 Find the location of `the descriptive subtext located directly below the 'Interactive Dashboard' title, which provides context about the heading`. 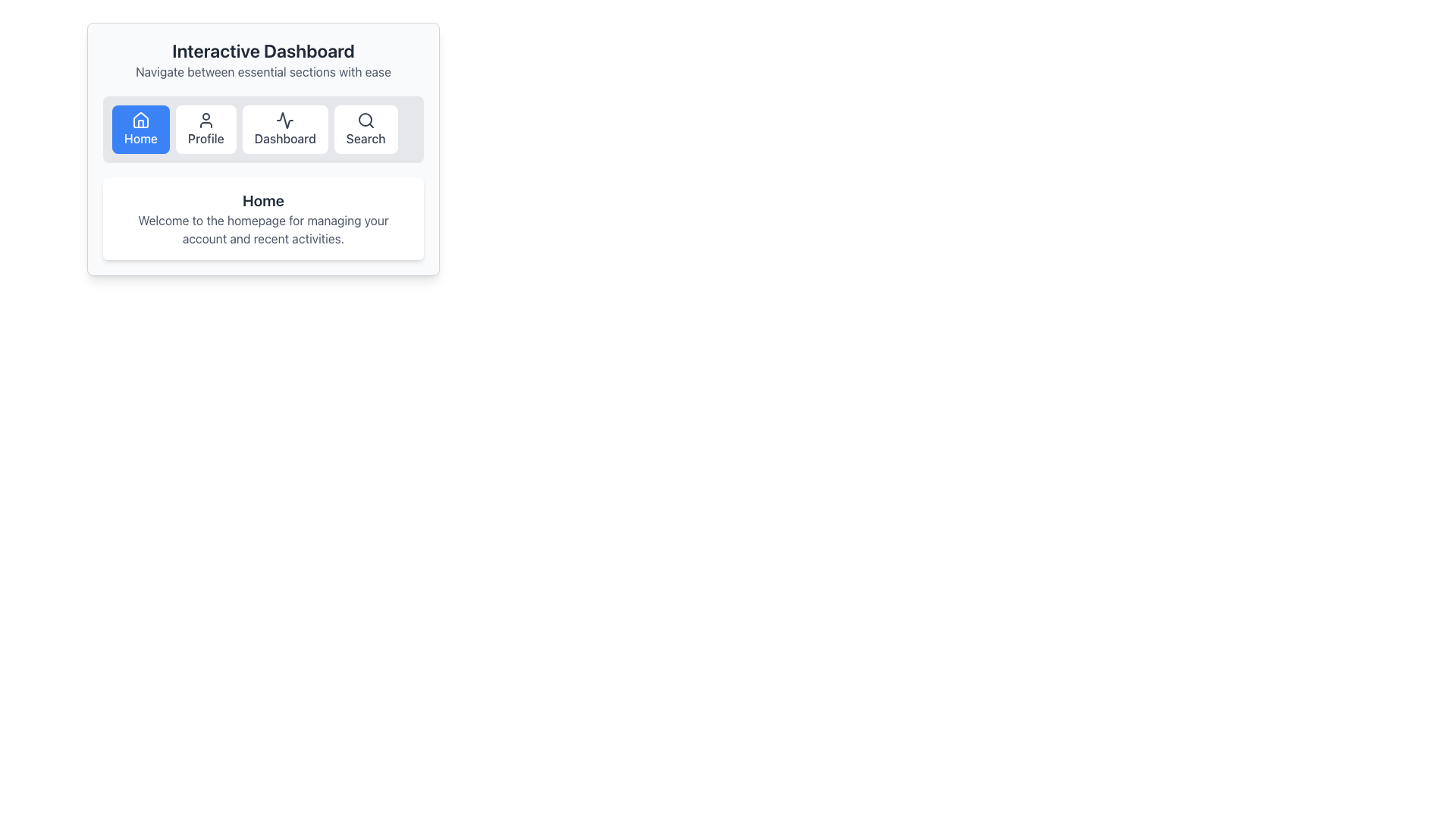

the descriptive subtext located directly below the 'Interactive Dashboard' title, which provides context about the heading is located at coordinates (263, 72).